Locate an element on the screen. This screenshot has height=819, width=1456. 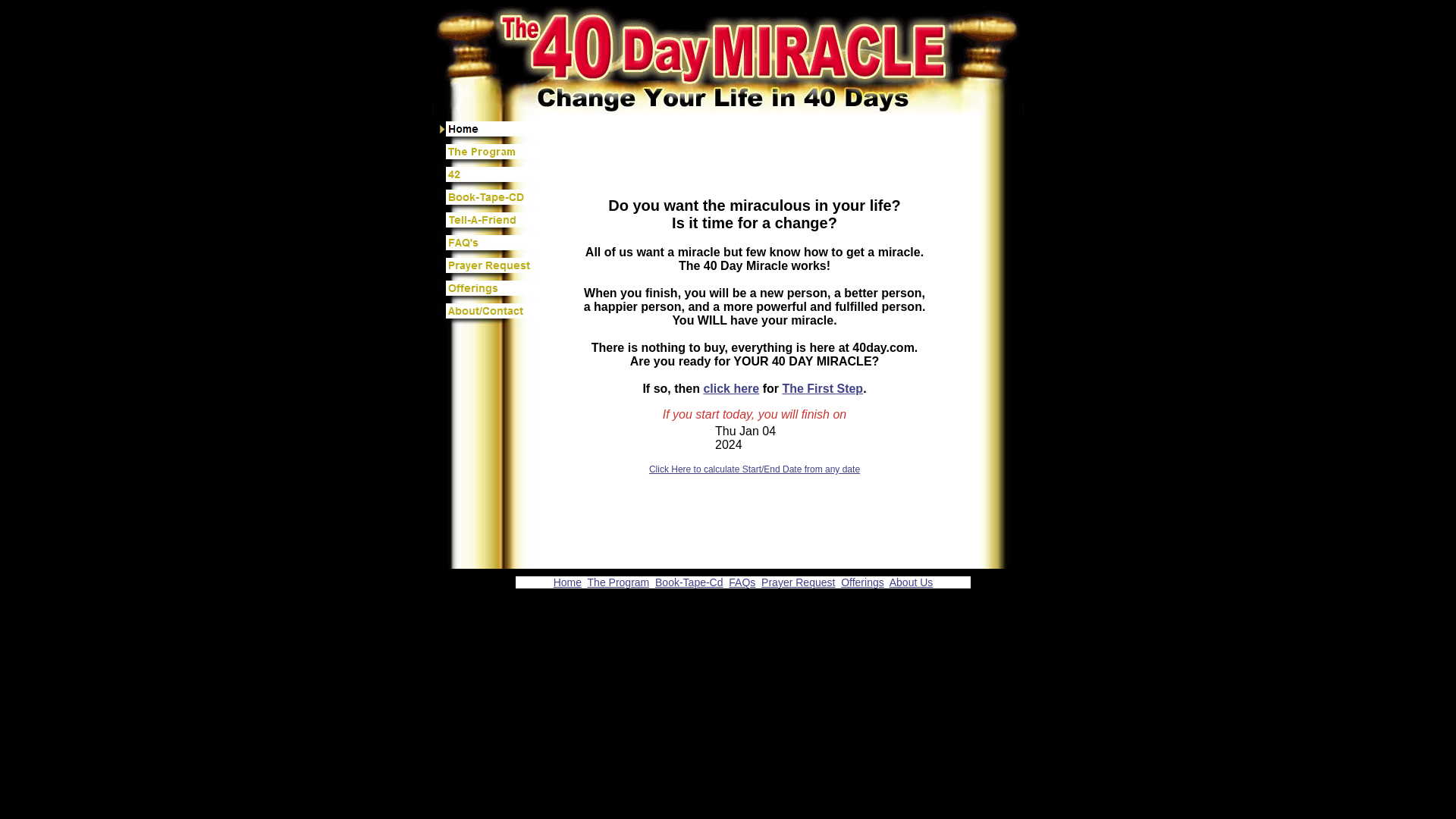
'40-Day-Miracle-head' is located at coordinates (431, 40).